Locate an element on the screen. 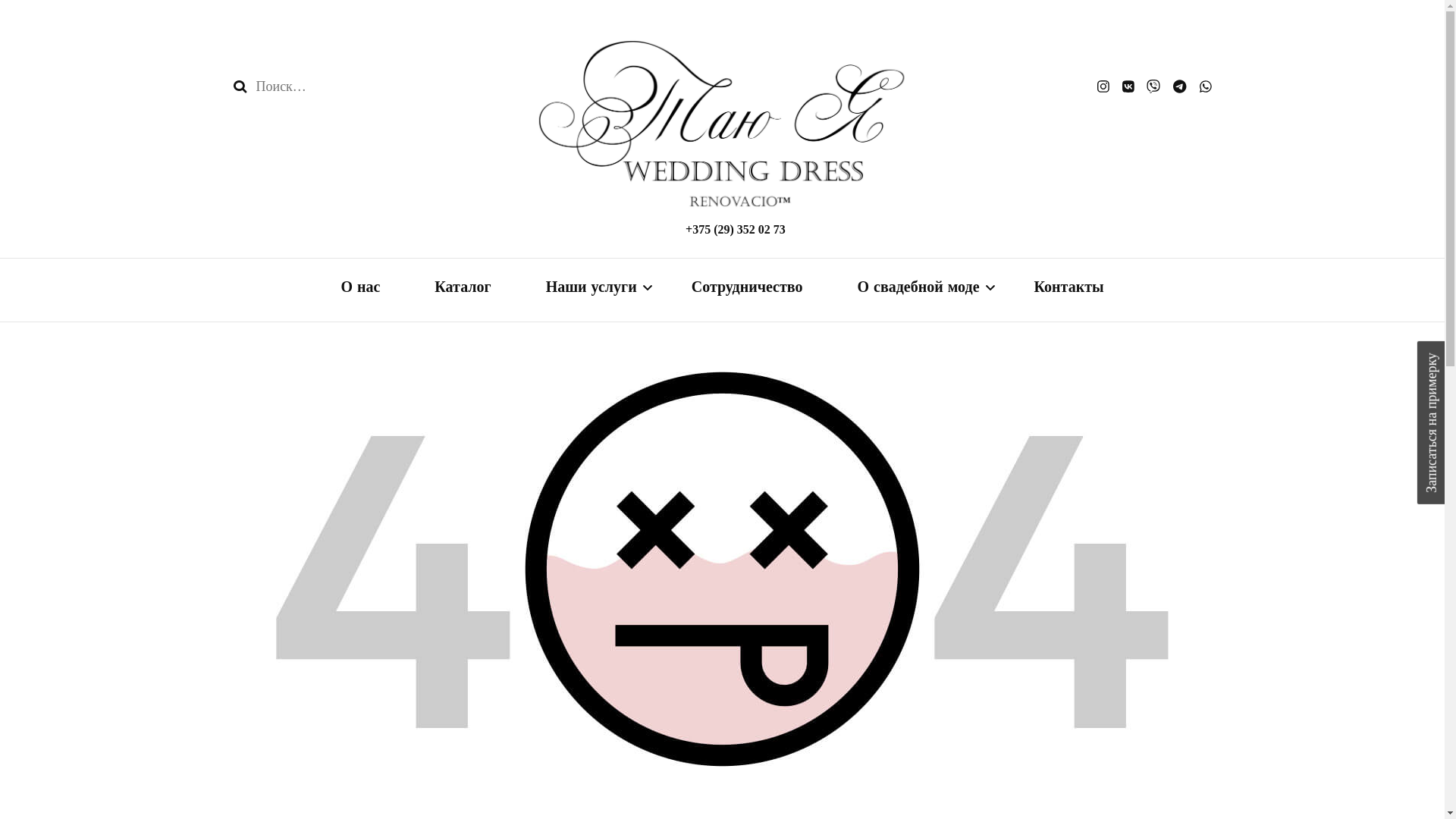 The height and width of the screenshot is (819, 1456). '+375 (29) 352 02 73' is located at coordinates (684, 229).